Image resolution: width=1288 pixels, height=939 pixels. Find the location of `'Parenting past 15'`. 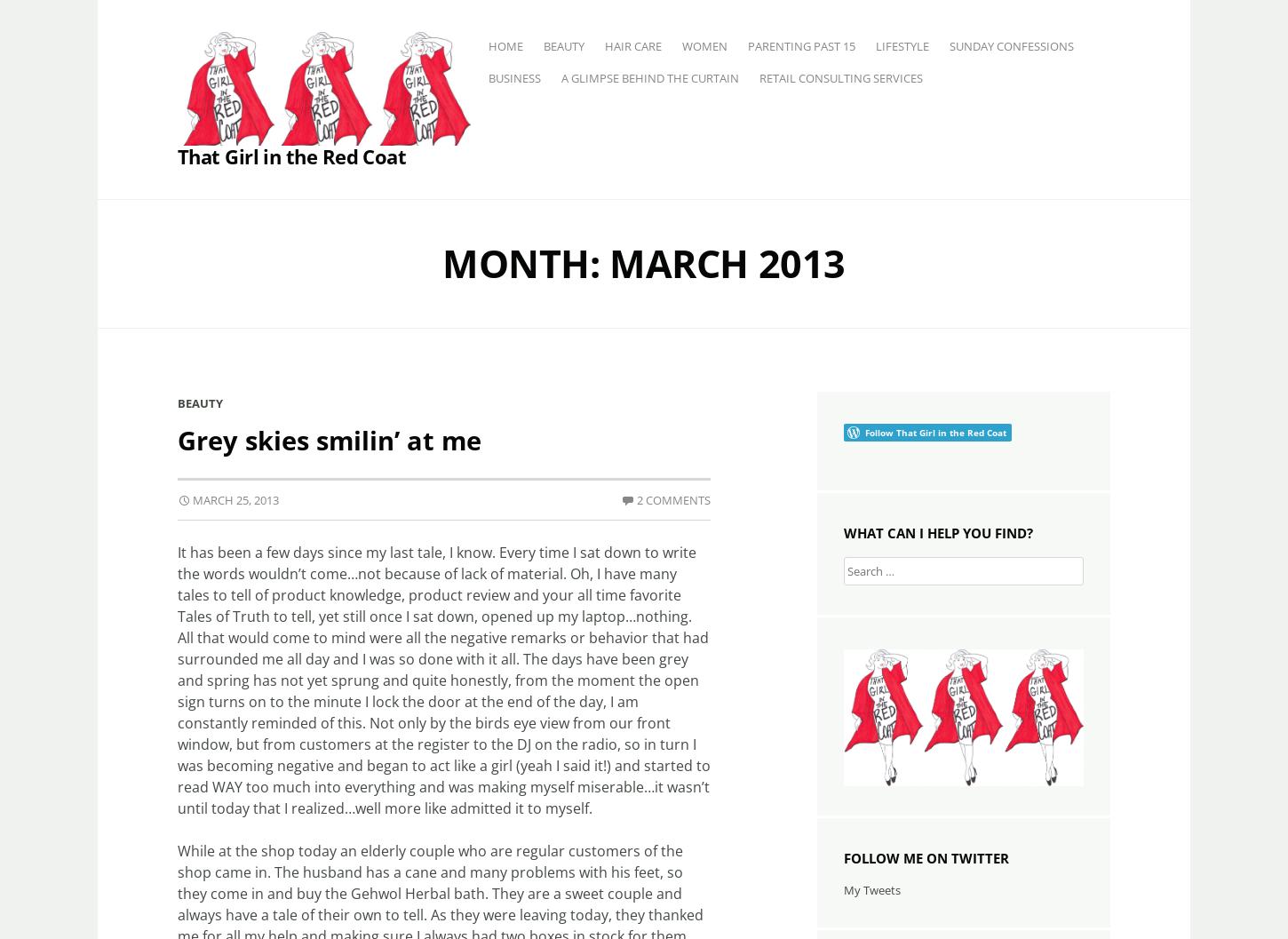

'Parenting past 15' is located at coordinates (800, 46).